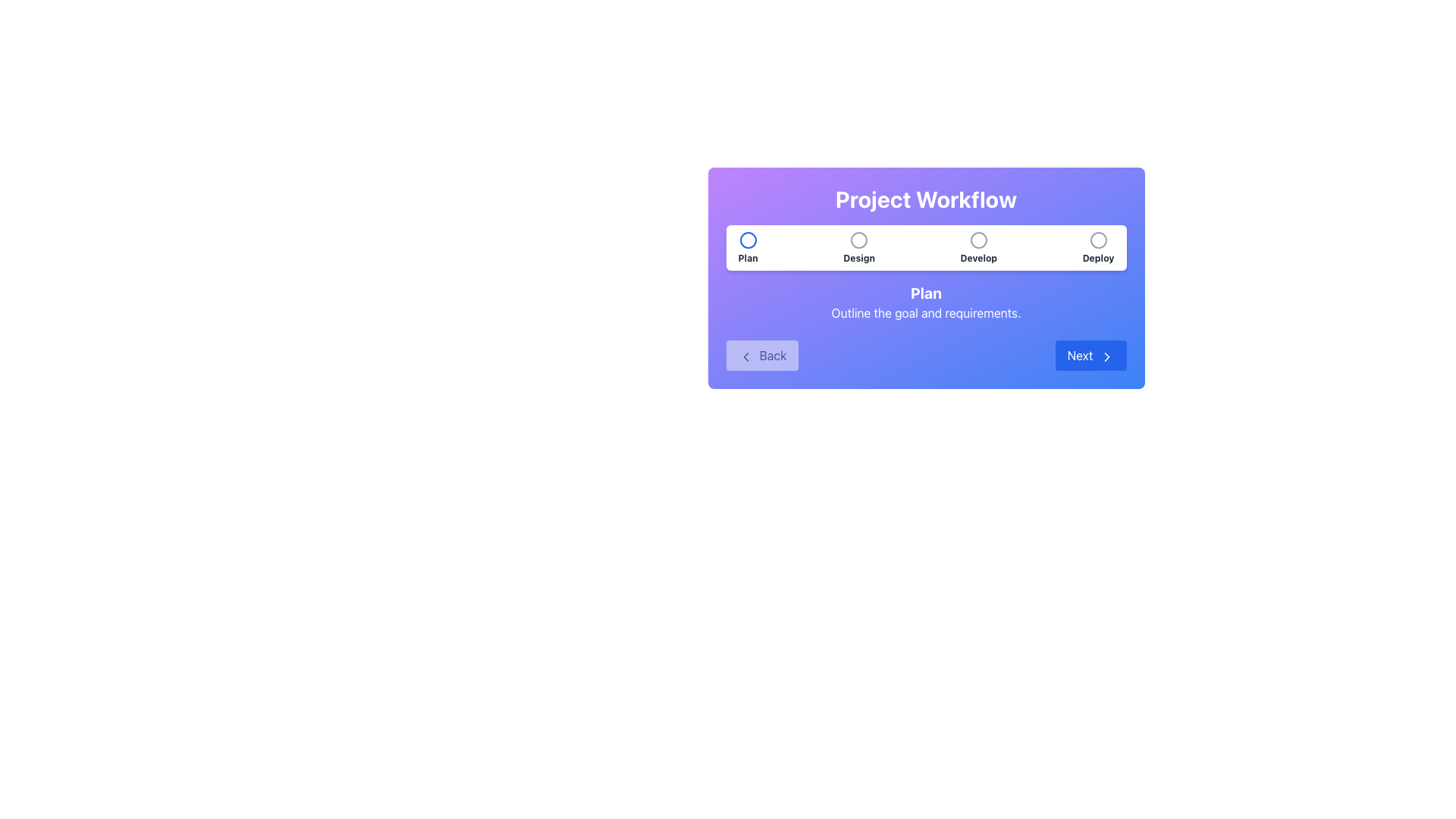  What do you see at coordinates (1106, 356) in the screenshot?
I see `the icon located within the 'Next' button at the bottom-right corner of the workflow navigation card` at bounding box center [1106, 356].